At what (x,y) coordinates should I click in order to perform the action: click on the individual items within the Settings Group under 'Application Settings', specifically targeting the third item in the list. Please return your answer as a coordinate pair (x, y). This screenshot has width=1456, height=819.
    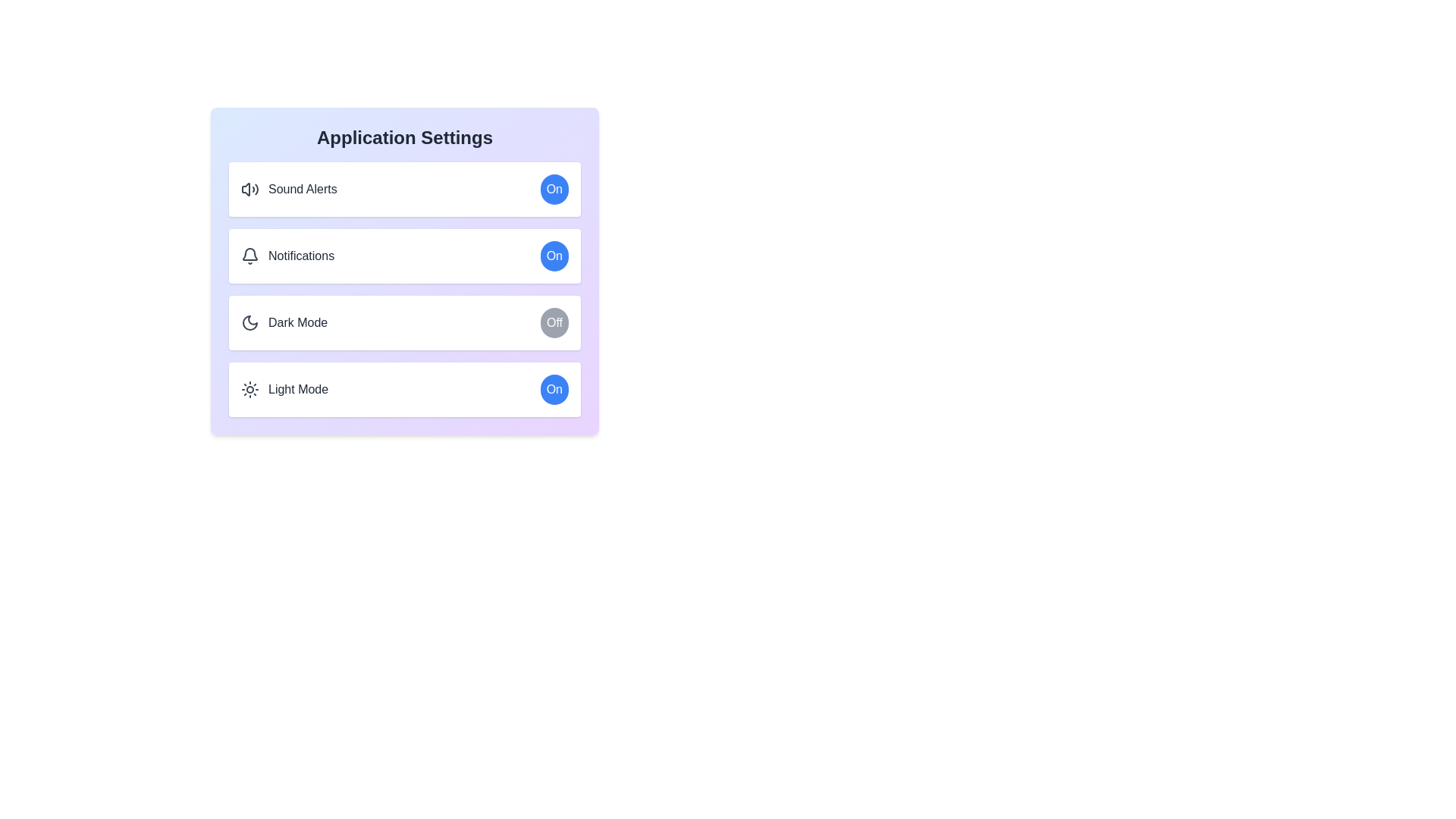
    Looking at the image, I should click on (404, 289).